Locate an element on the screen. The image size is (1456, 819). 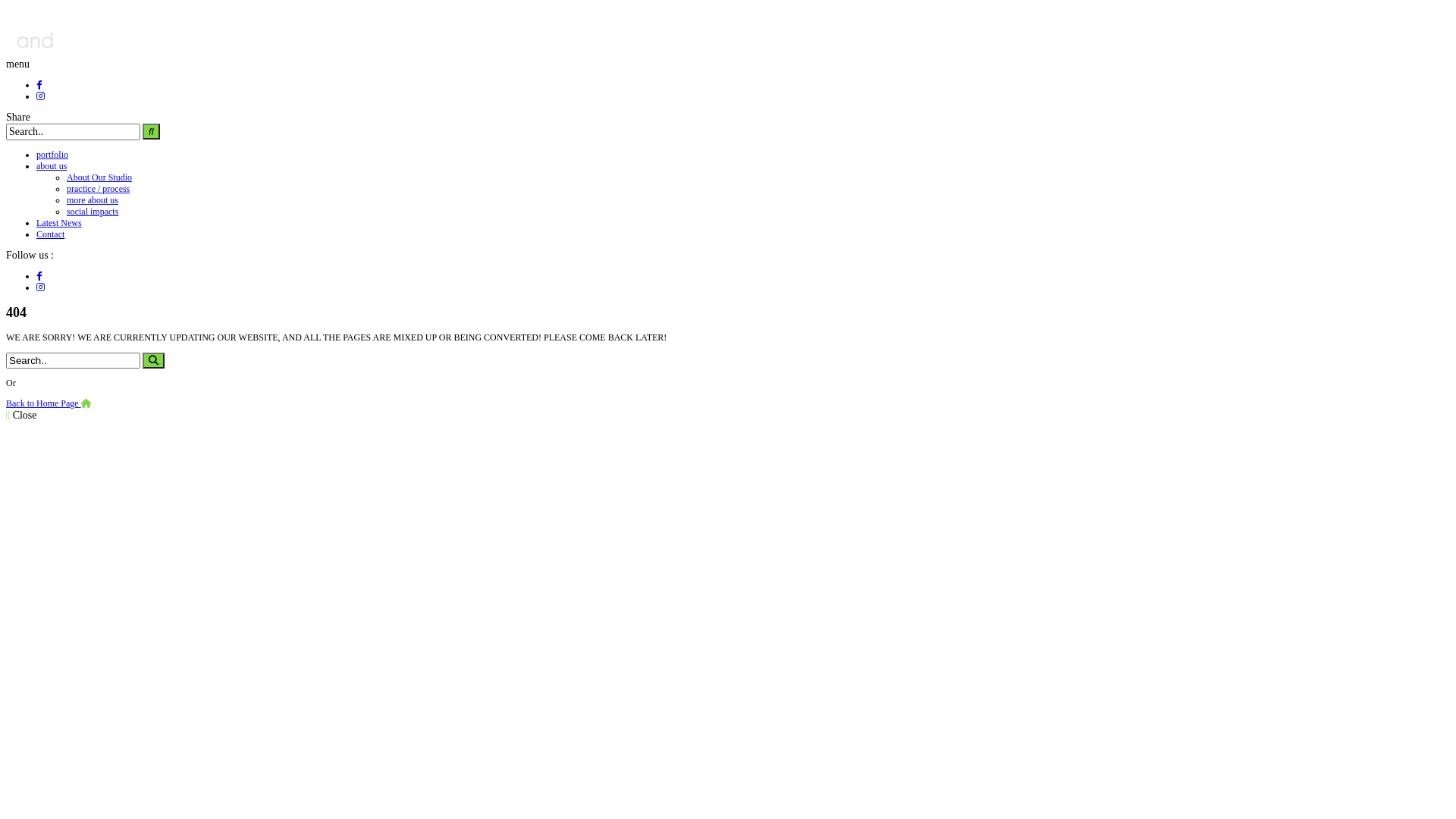
'Contact' is located at coordinates (50, 234).